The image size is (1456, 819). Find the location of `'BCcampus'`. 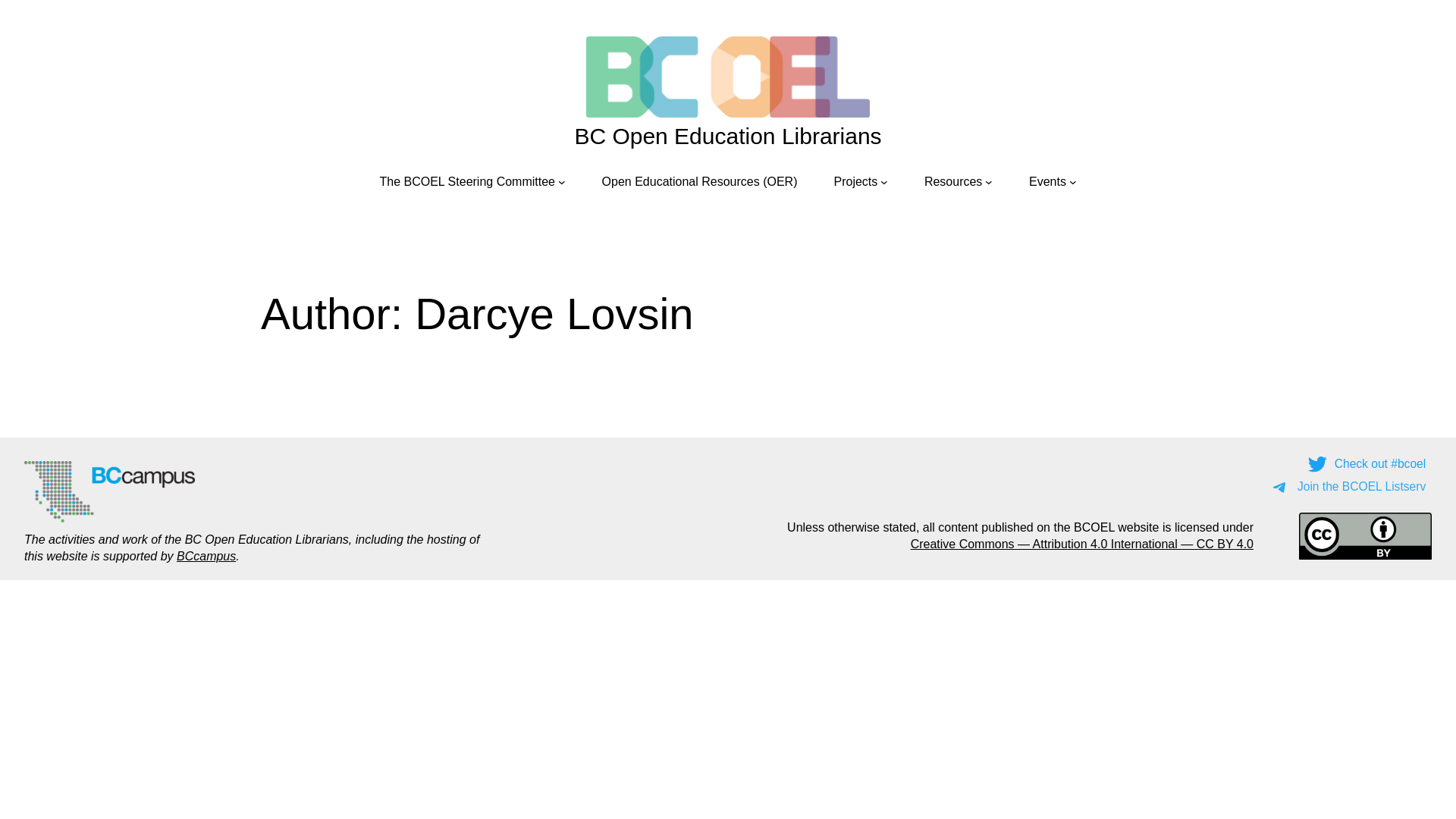

'BCcampus' is located at coordinates (177, 556).